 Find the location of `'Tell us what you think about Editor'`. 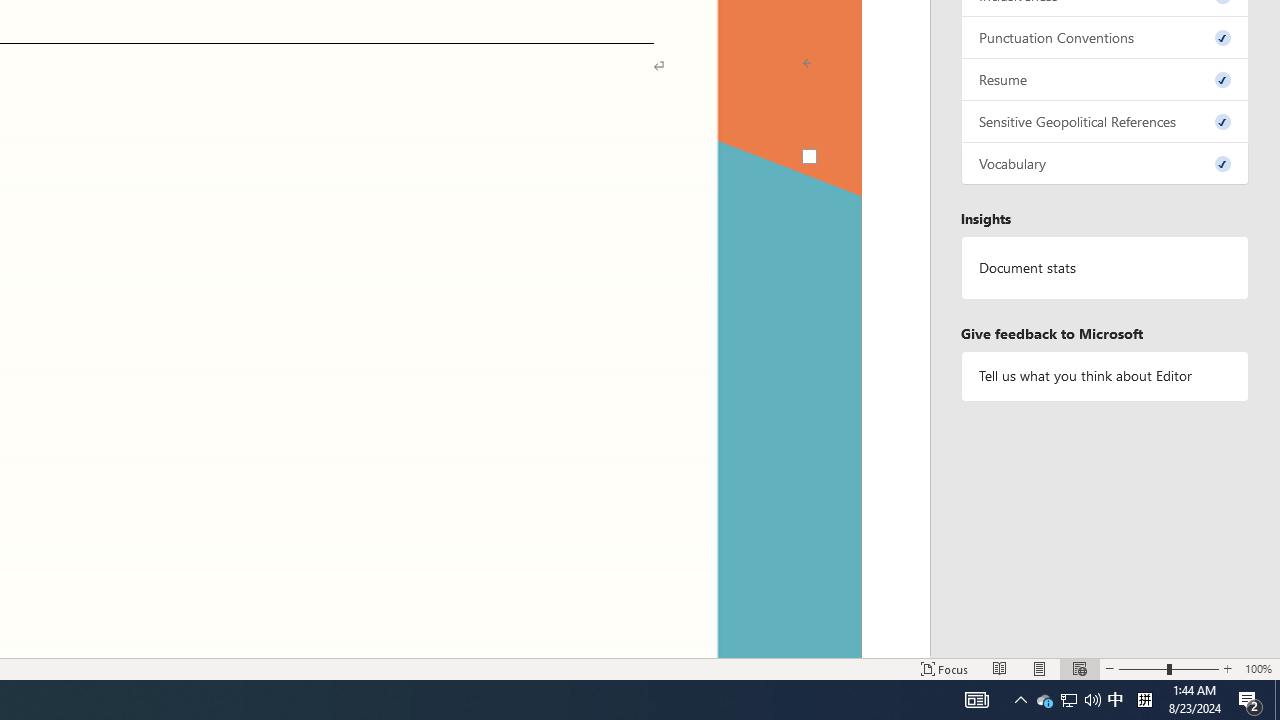

'Tell us what you think about Editor' is located at coordinates (1104, 376).